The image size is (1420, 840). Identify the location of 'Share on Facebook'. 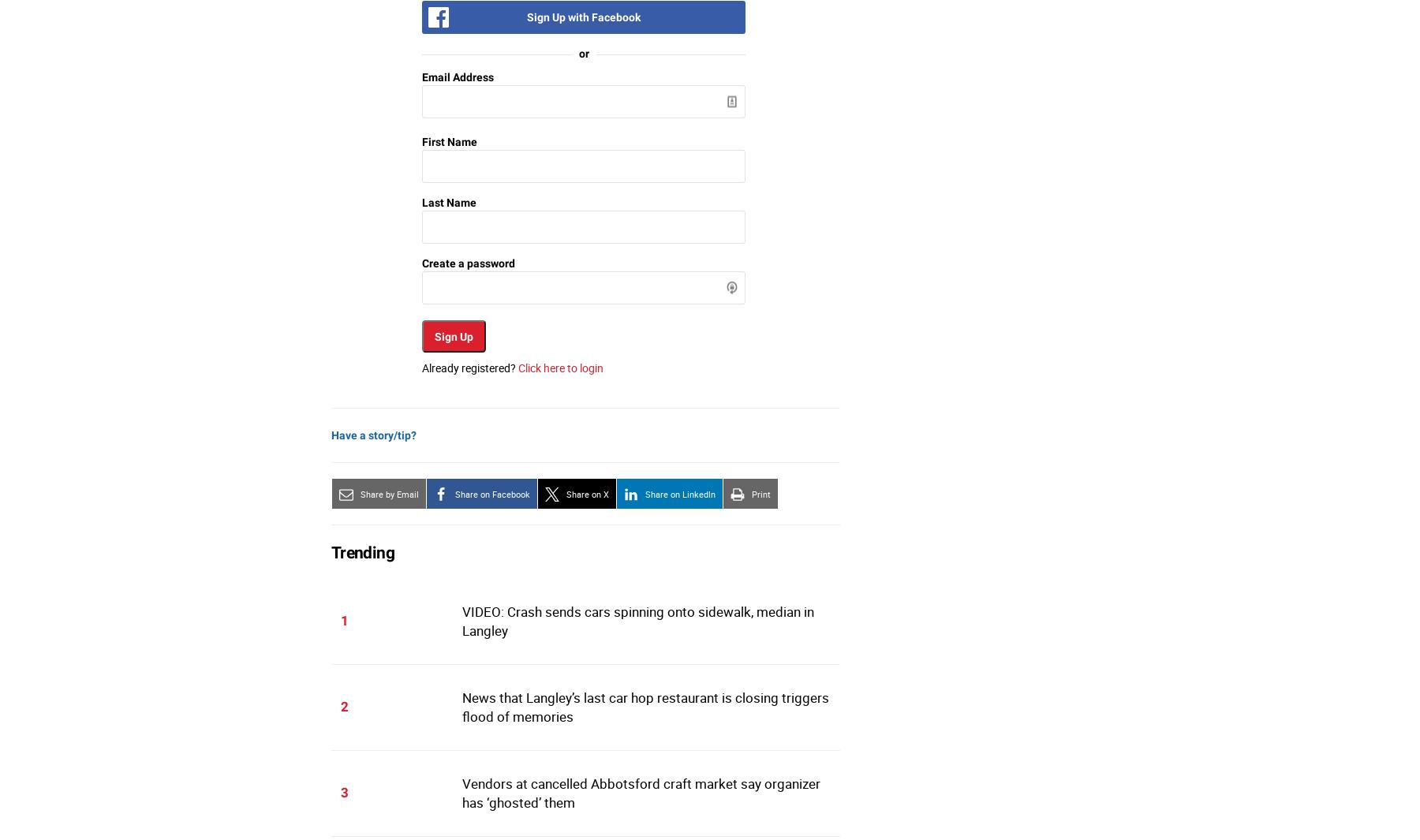
(492, 494).